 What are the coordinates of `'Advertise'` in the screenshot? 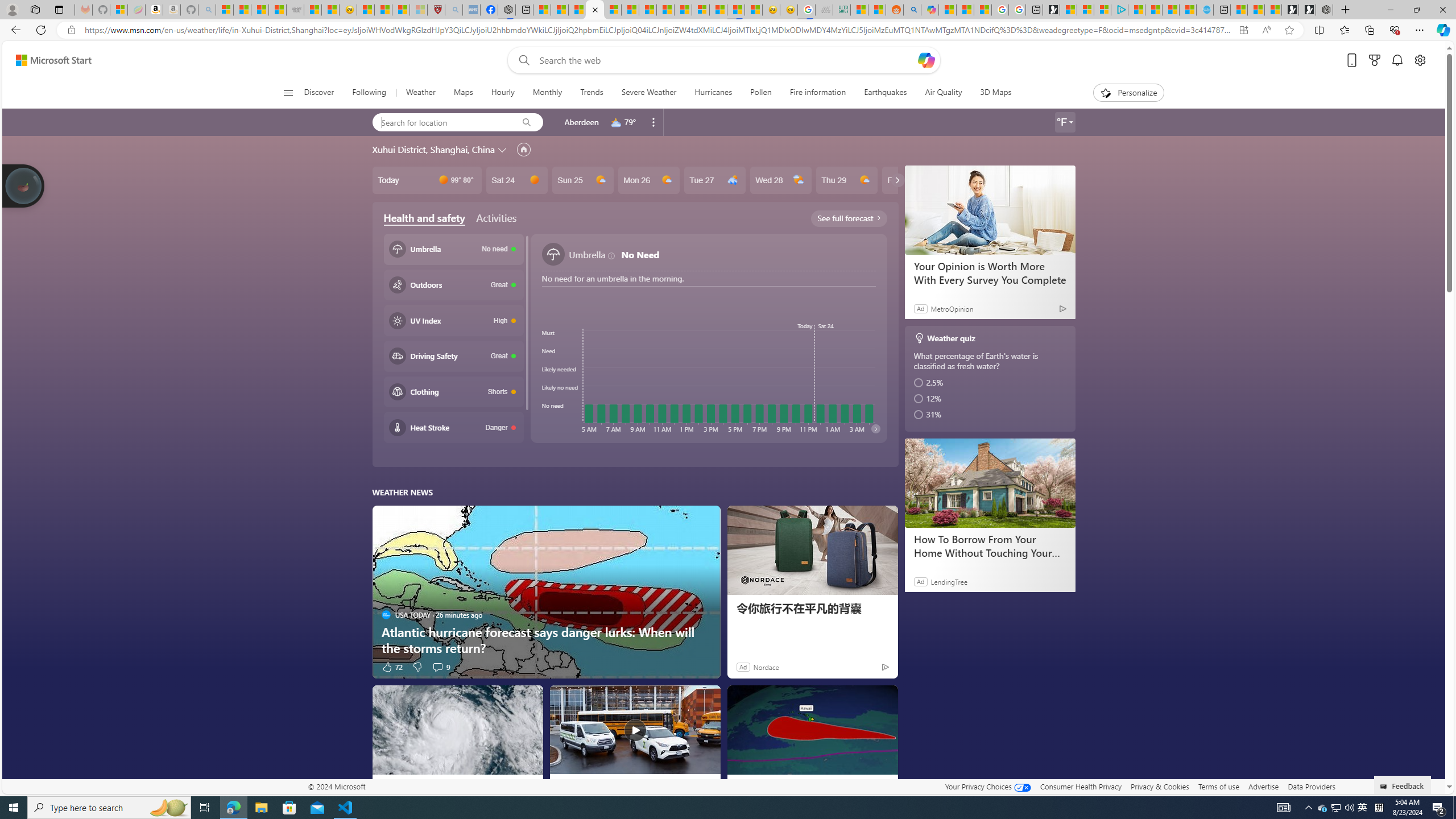 It's located at (1263, 786).